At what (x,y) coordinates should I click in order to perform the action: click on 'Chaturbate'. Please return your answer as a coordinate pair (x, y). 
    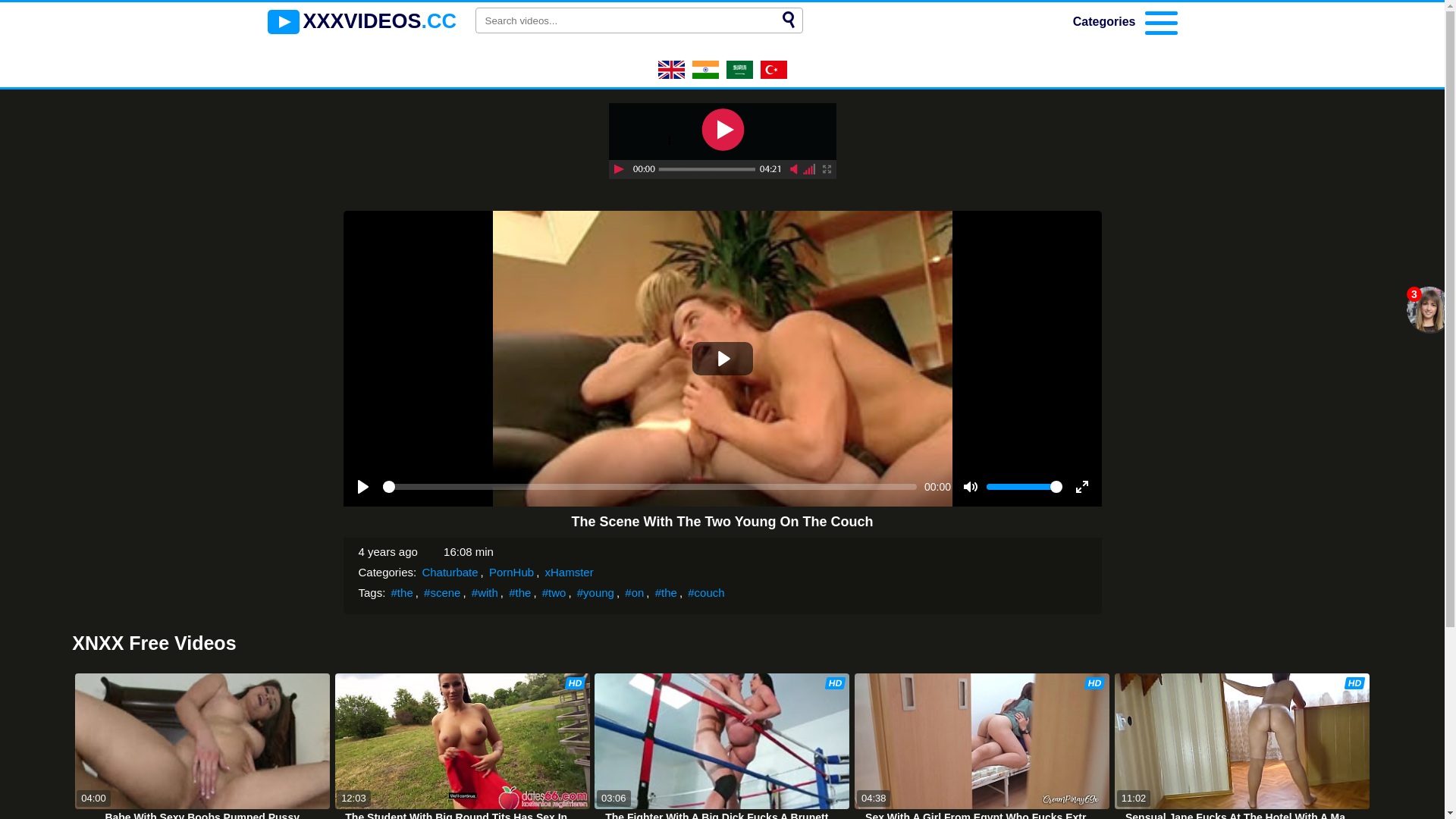
    Looking at the image, I should click on (449, 572).